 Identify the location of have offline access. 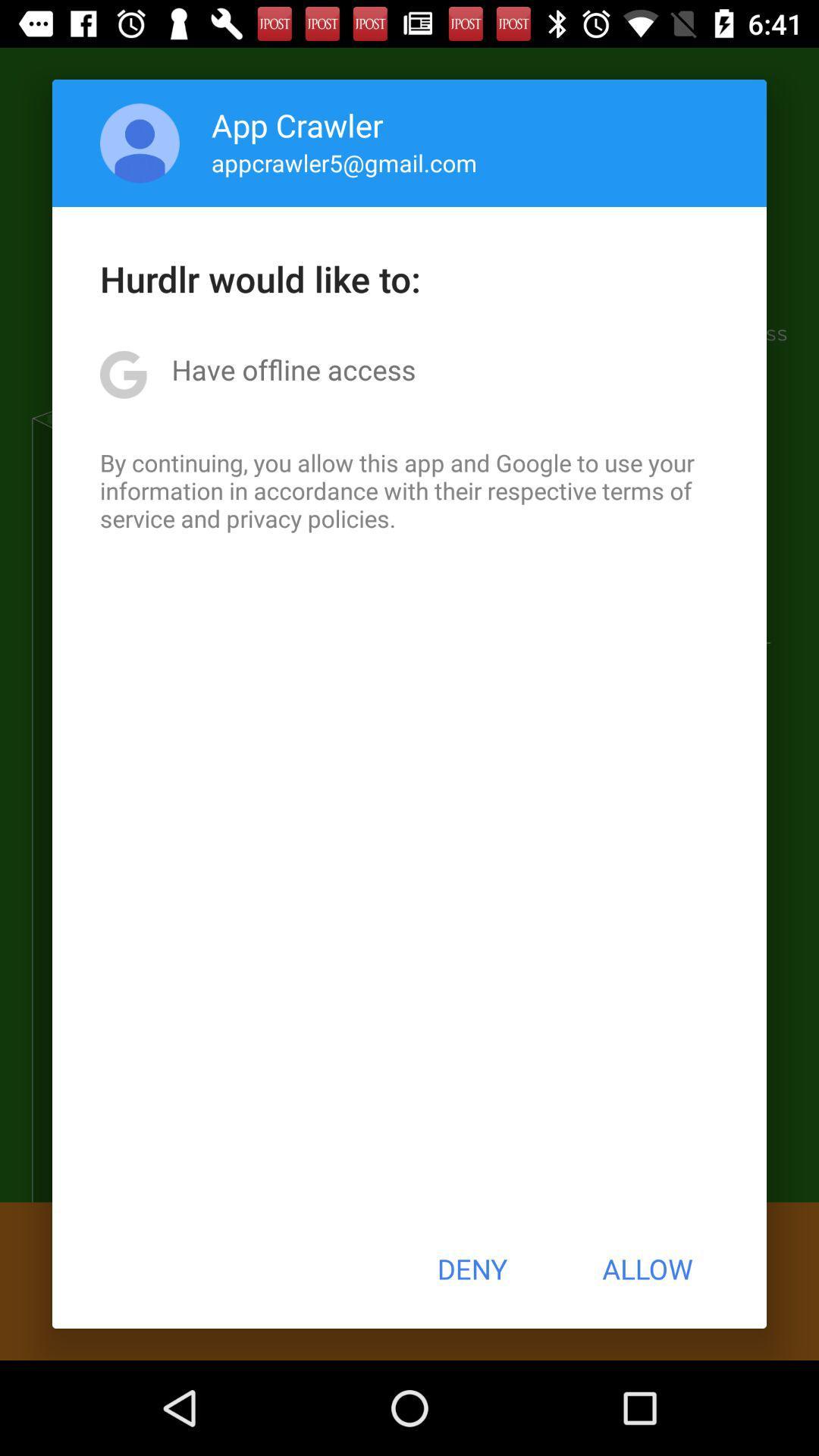
(293, 369).